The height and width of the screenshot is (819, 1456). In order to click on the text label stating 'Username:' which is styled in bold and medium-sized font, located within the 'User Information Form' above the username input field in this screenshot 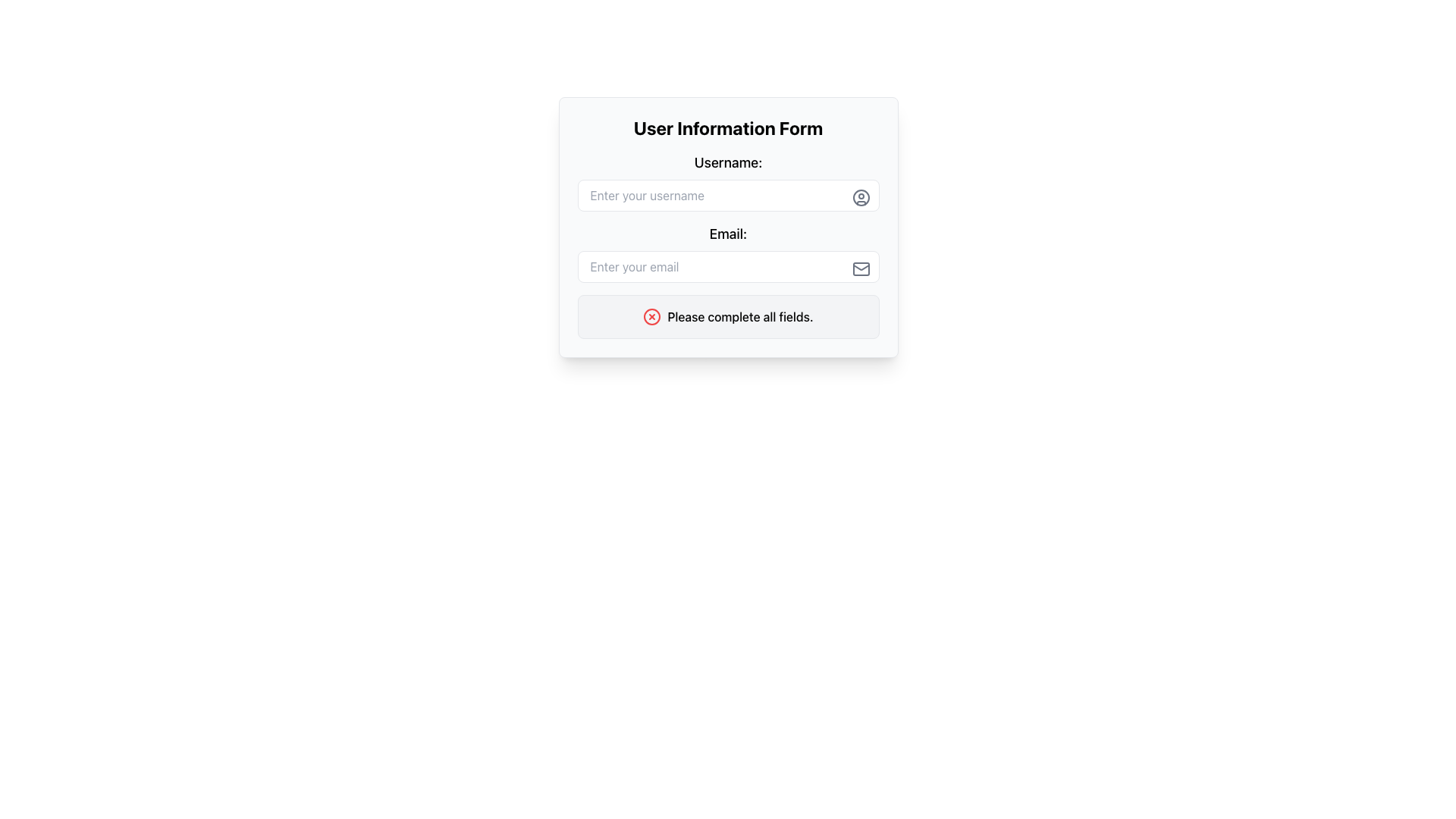, I will do `click(728, 163)`.